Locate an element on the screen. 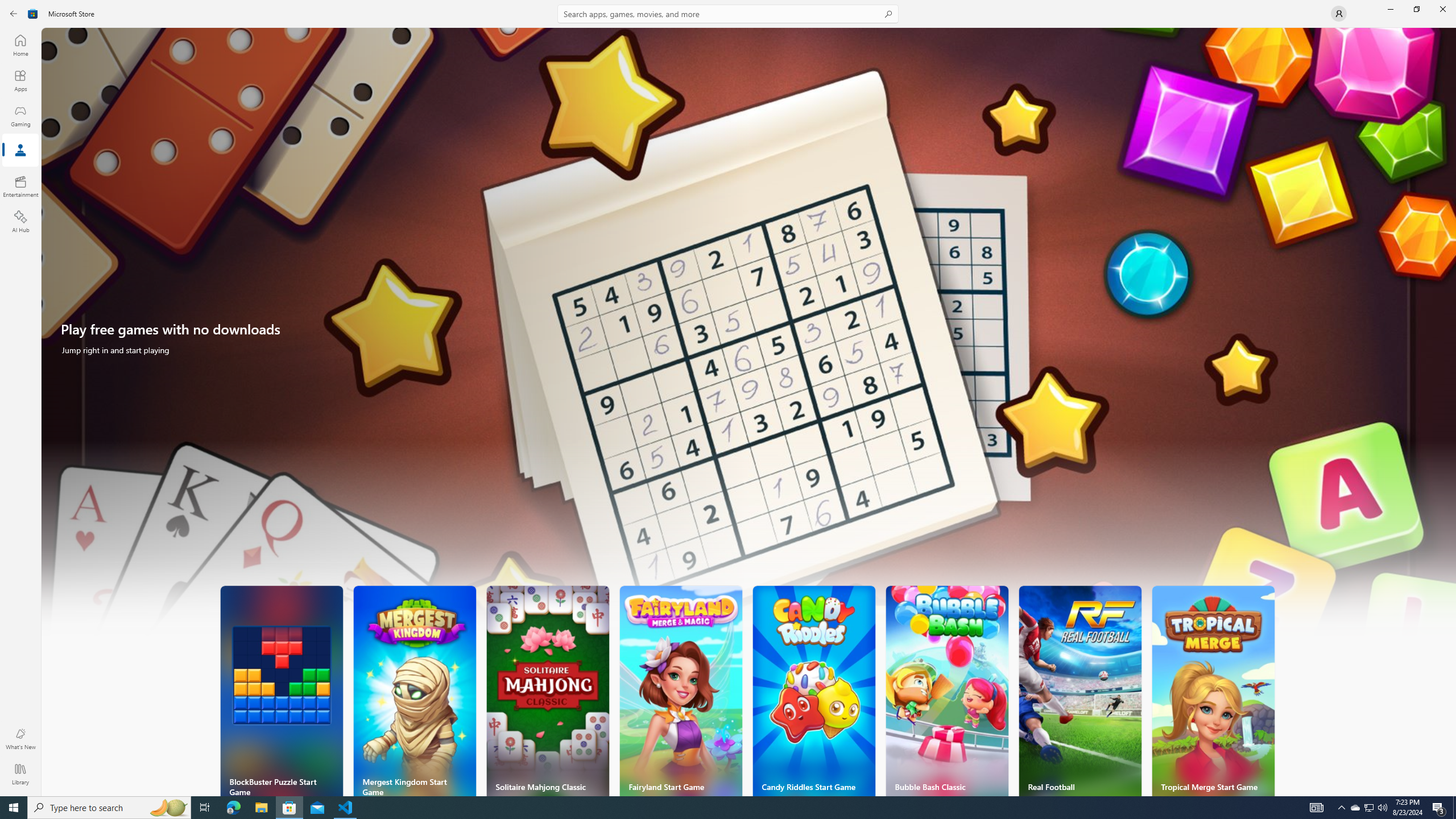  'Minimize Microsoft Store' is located at coordinates (1389, 9).